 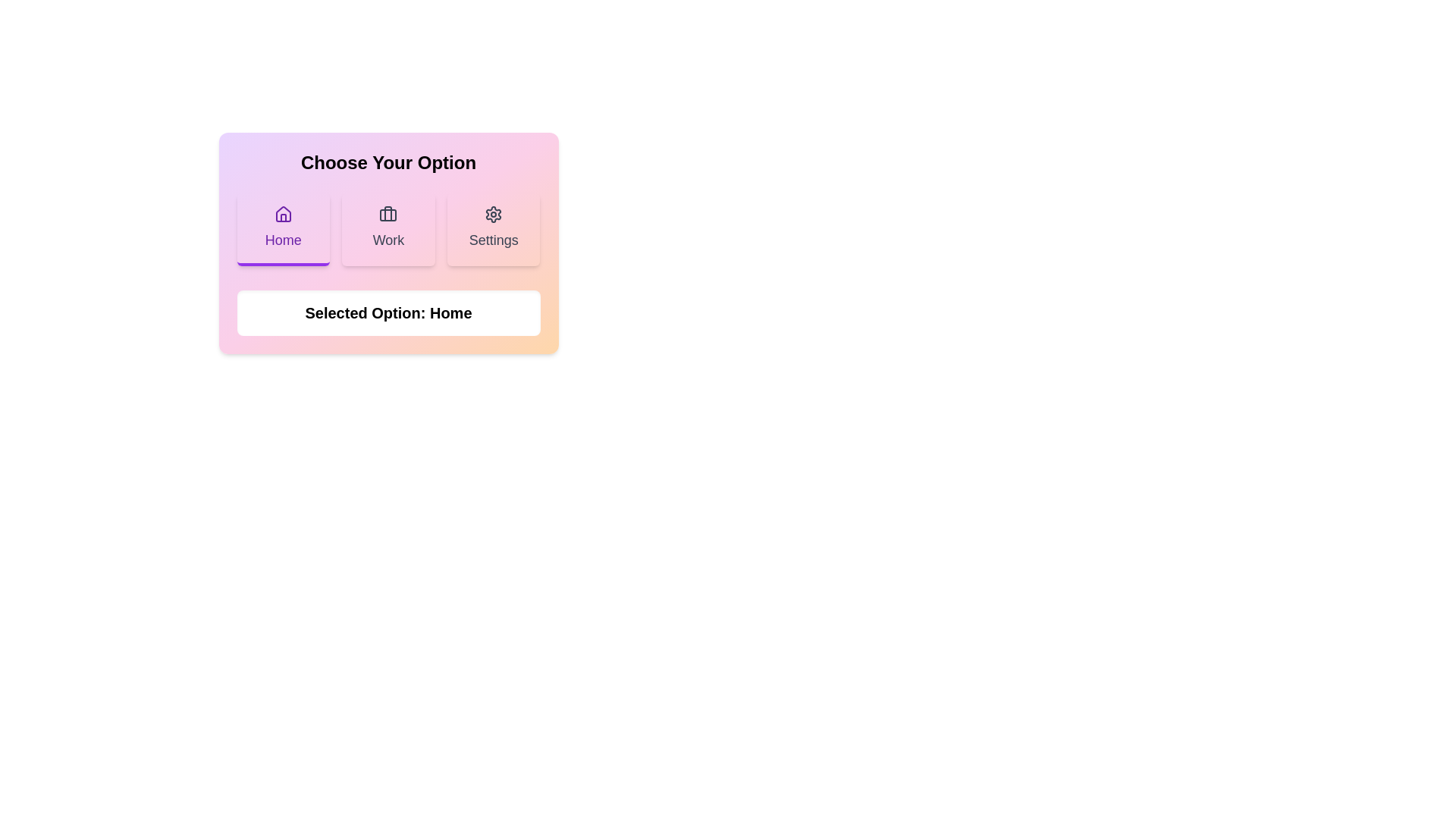 I want to click on the 'Settings' button, which is a rectangular button with a gear icon and the word 'Settings' below it, located at the far right of a group of three buttons, so click(x=494, y=230).